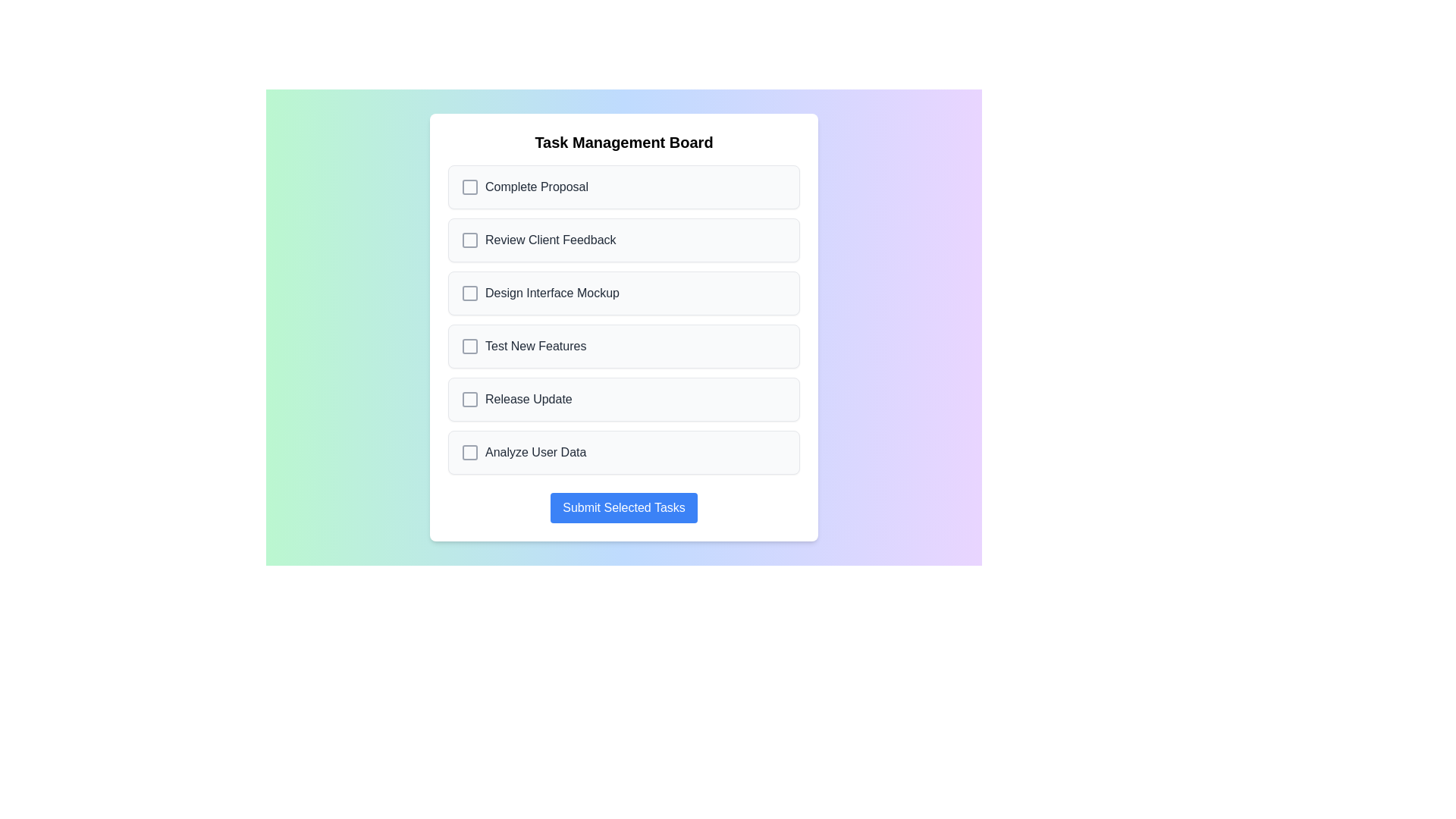 Image resolution: width=1456 pixels, height=819 pixels. I want to click on the task named Complete Proposal, so click(623, 186).